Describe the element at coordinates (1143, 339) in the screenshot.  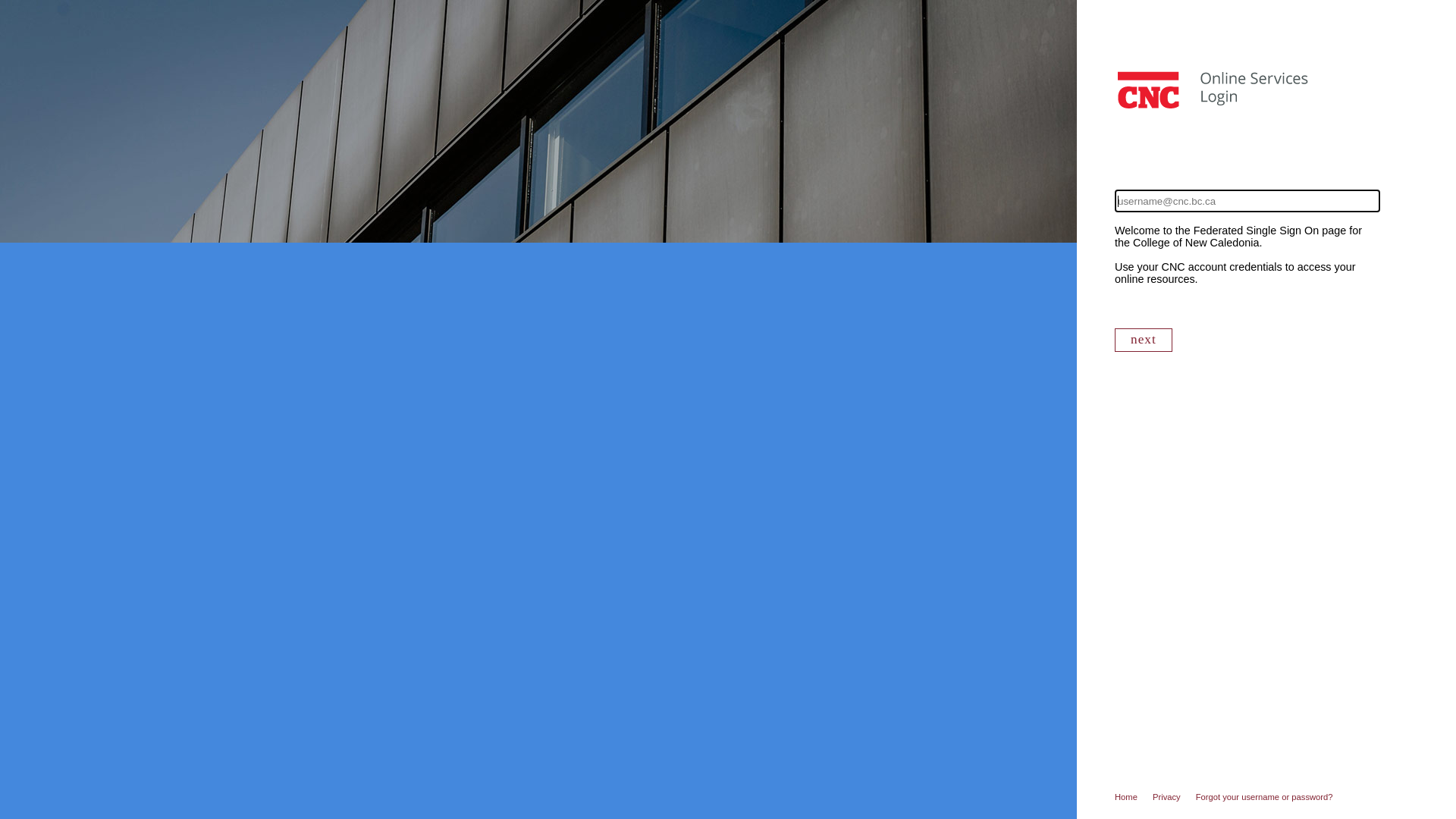
I see `'next'` at that location.